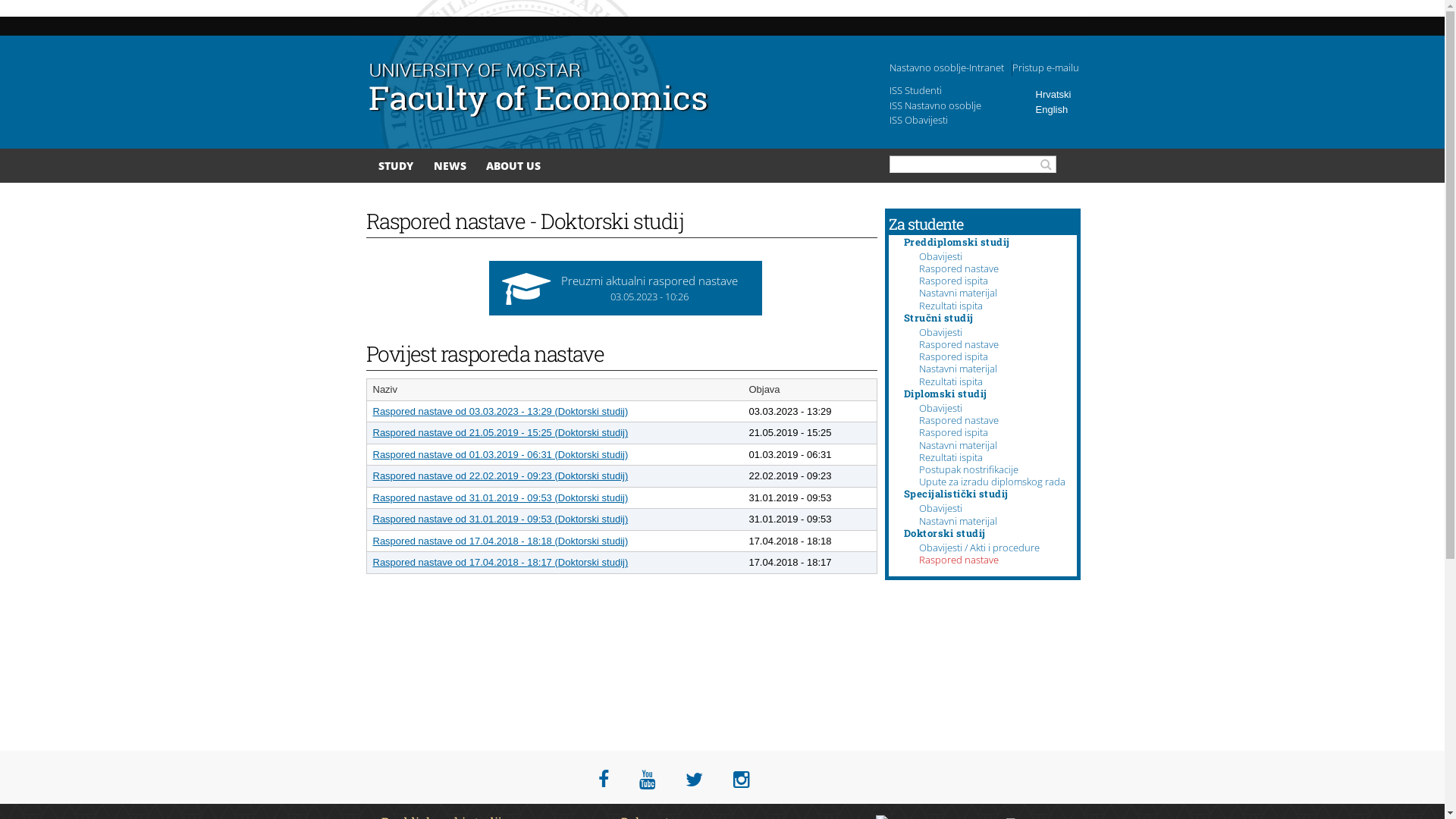 Image resolution: width=1456 pixels, height=819 pixels. Describe the element at coordinates (500, 497) in the screenshot. I see `'Raspored nastave od 31.01.2019 - 09:53 (Doktorski studij)'` at that location.